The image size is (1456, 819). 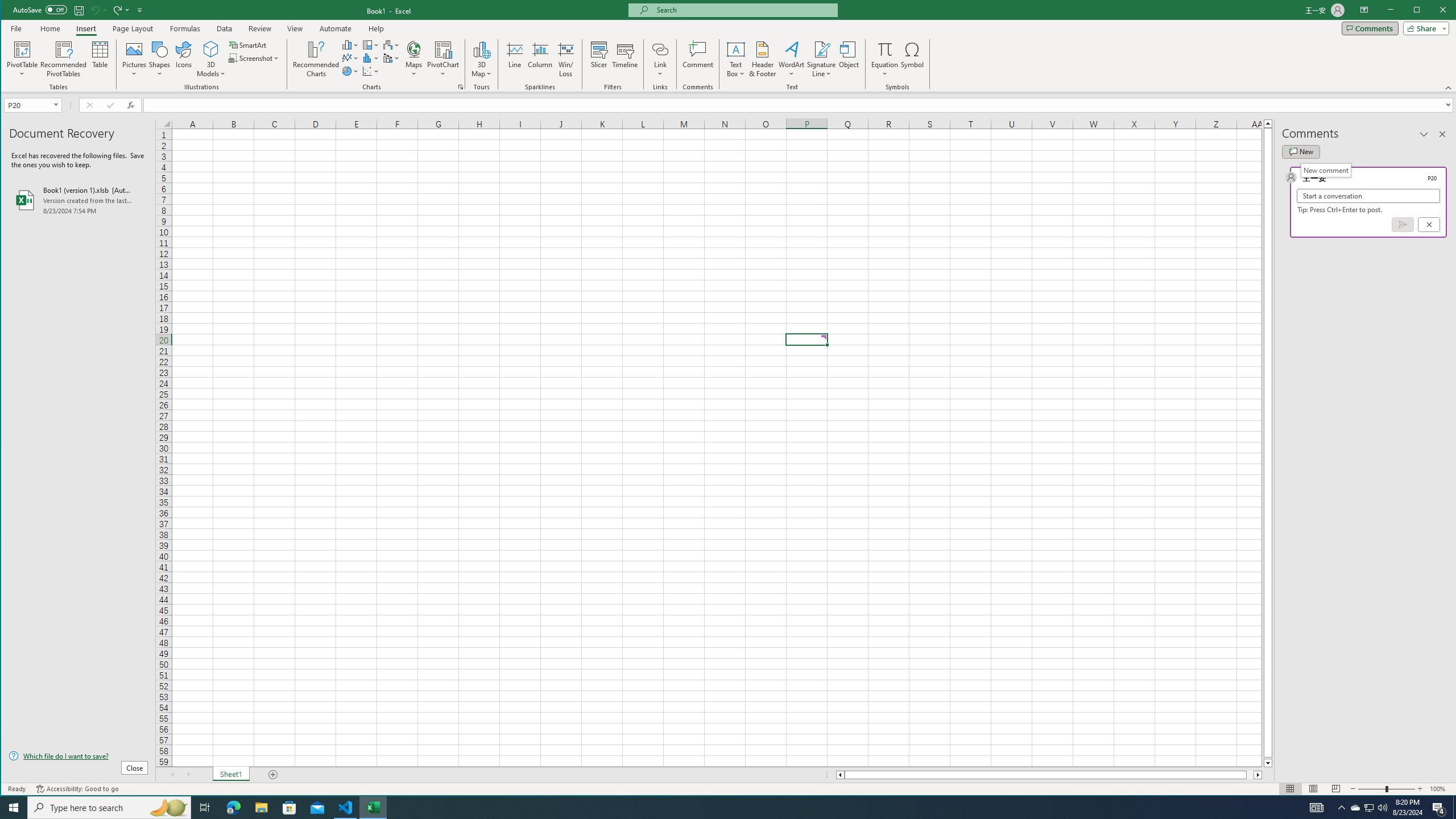 What do you see at coordinates (350, 58) in the screenshot?
I see `'Insert Line or Area Chart'` at bounding box center [350, 58].